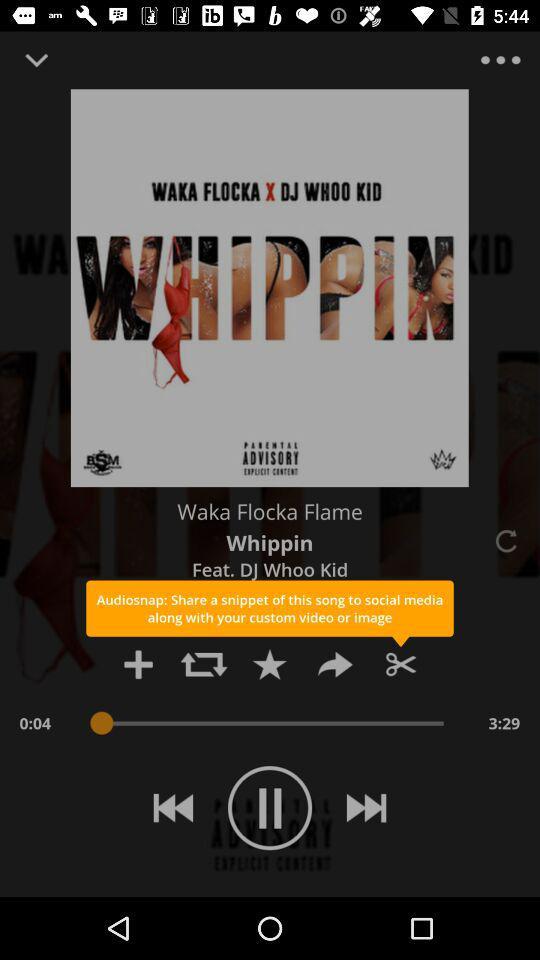  I want to click on the pause icon, so click(270, 808).